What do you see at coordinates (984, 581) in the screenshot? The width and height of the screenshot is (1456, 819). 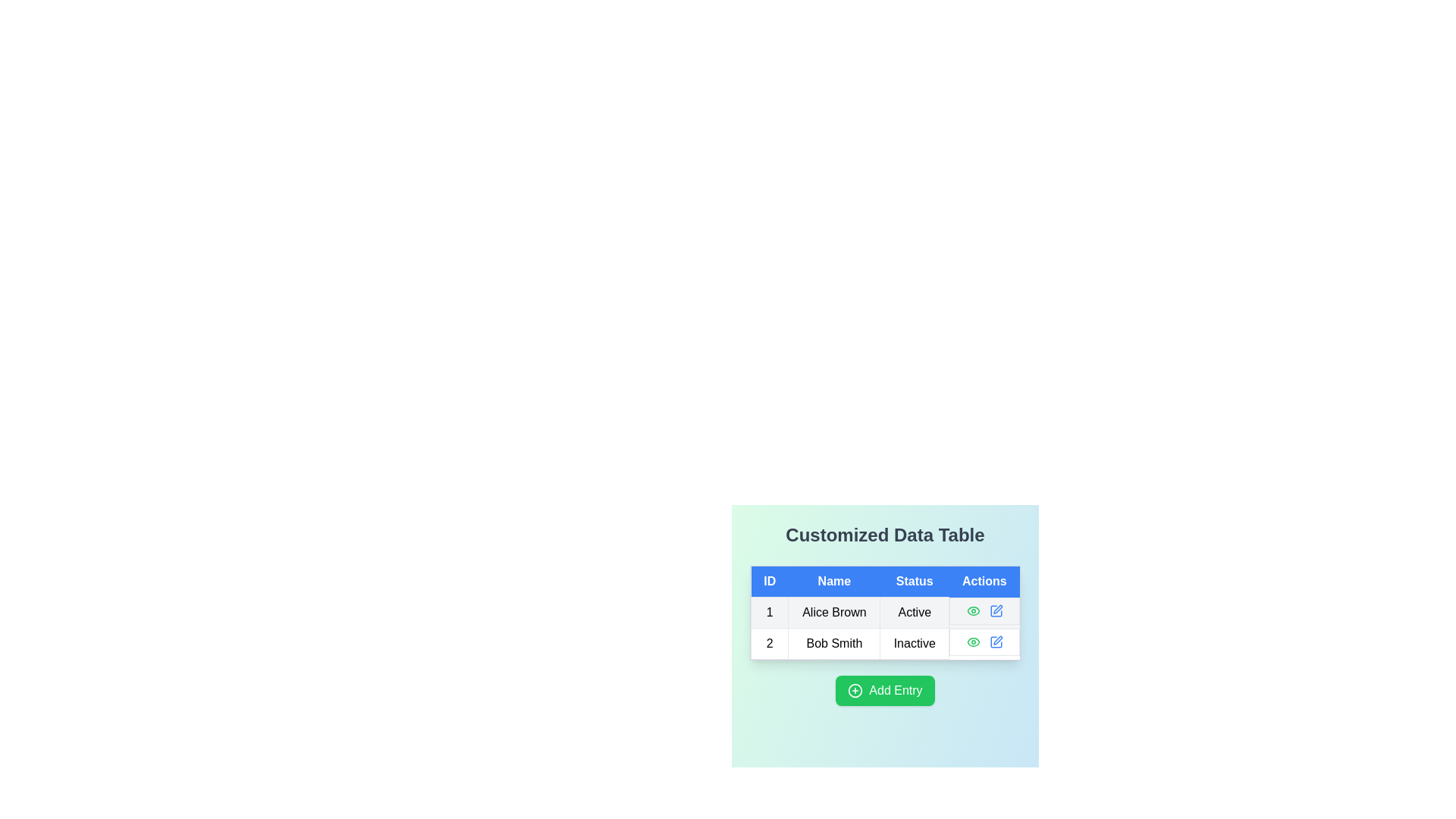 I see `the 'Actions' text label, which is a rectangular label with a blue background and white text, located in the fourth column of the header row of a table` at bounding box center [984, 581].